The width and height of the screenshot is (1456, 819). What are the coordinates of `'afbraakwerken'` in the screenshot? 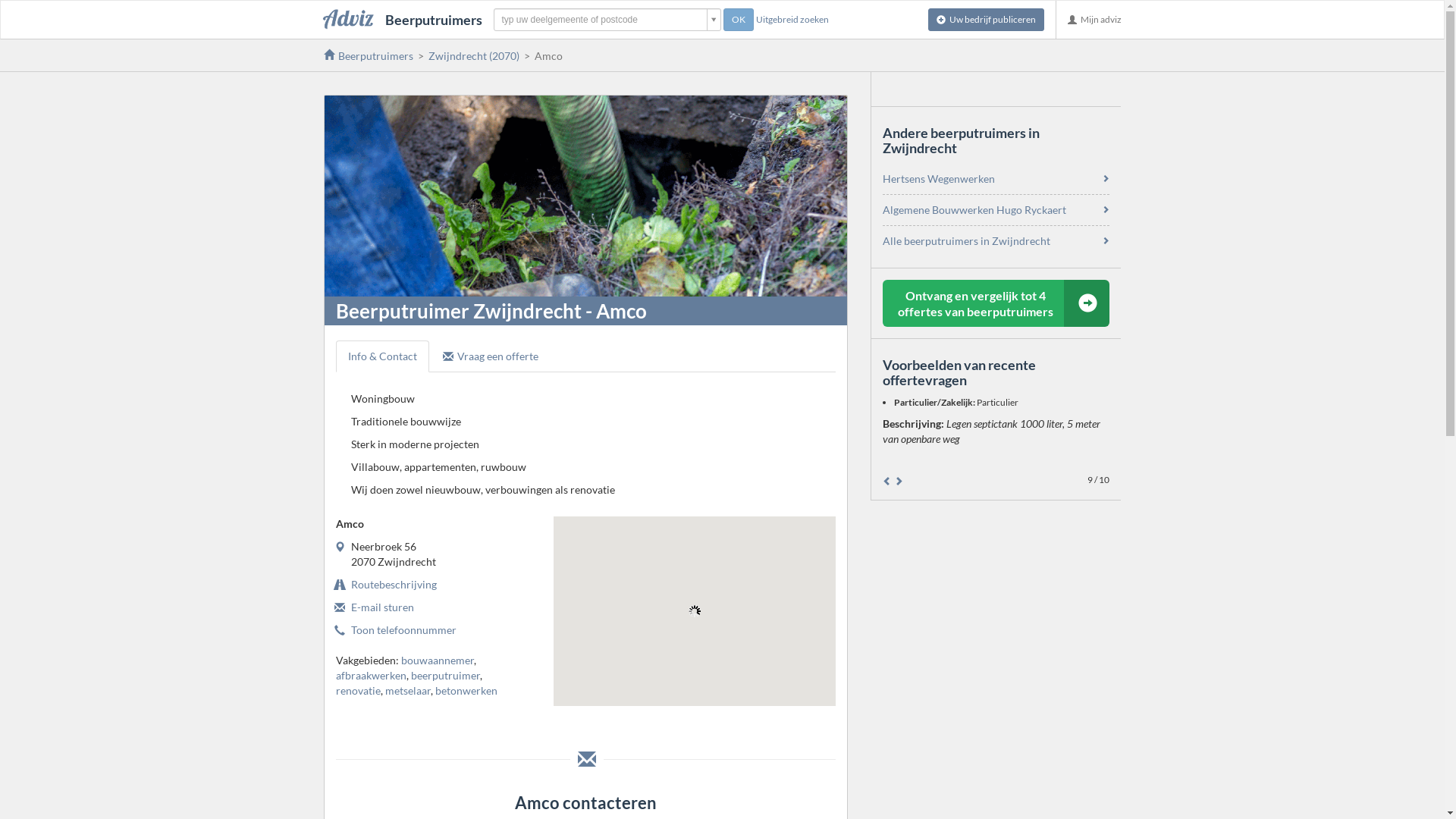 It's located at (370, 674).